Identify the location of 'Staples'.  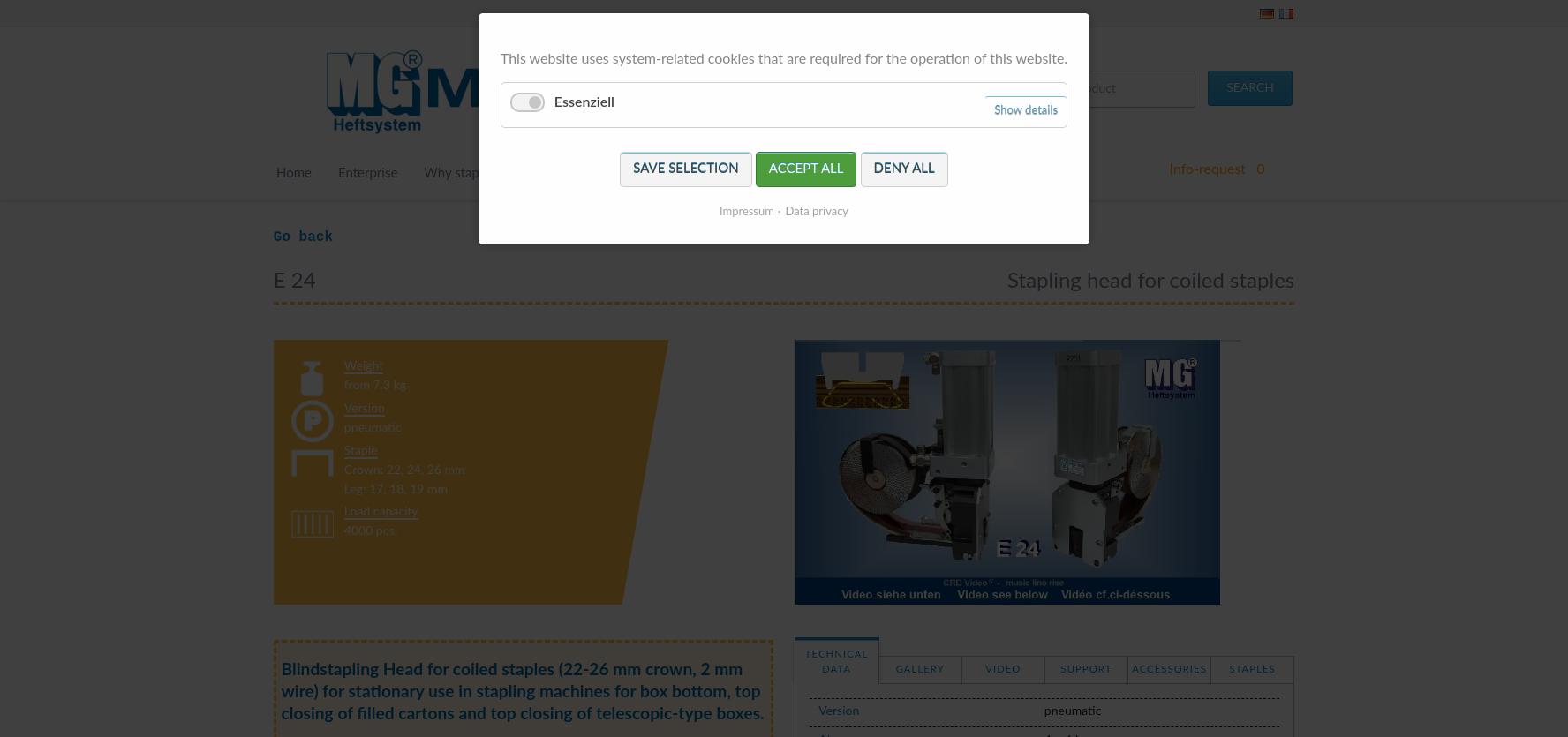
(1251, 668).